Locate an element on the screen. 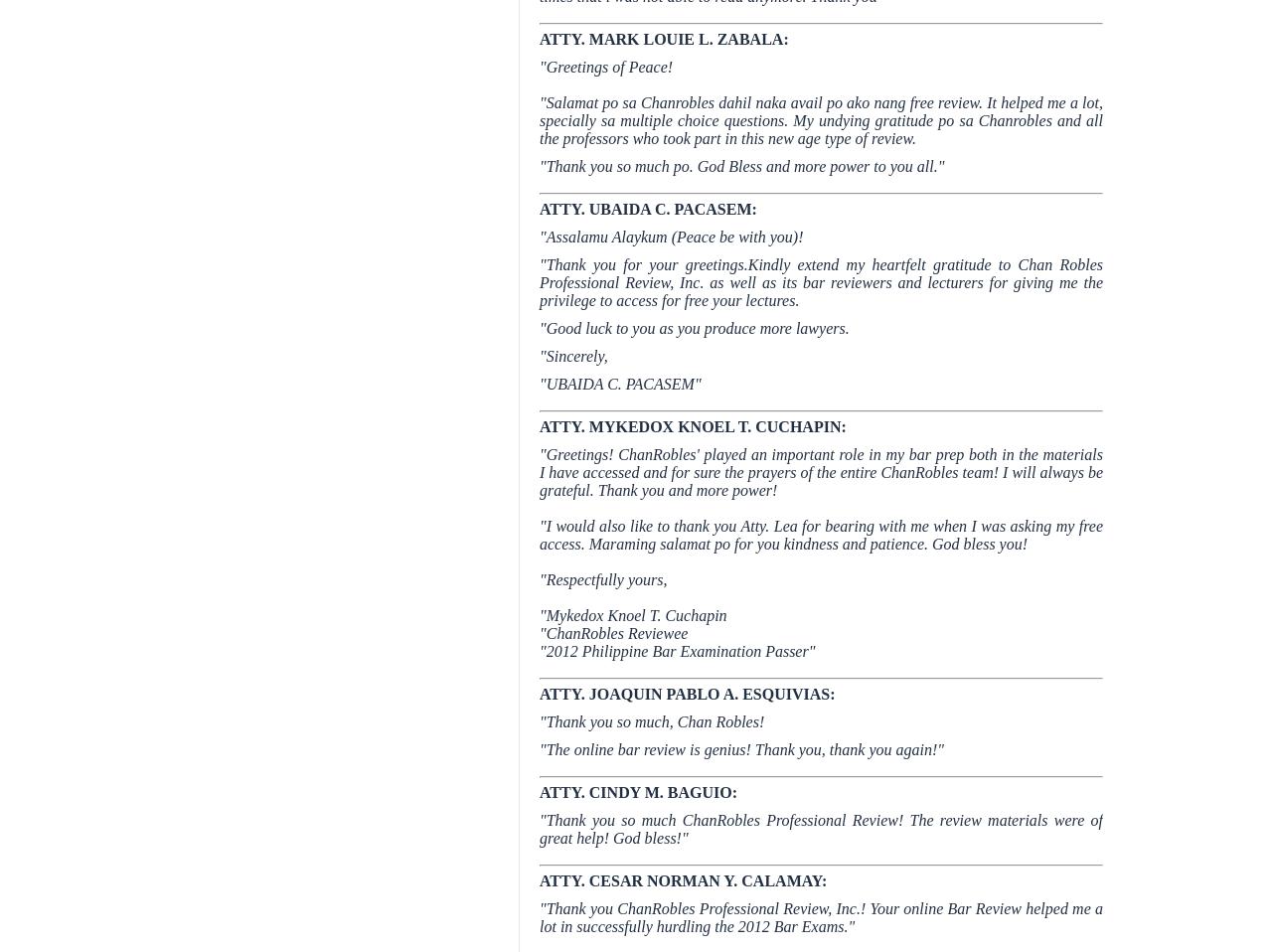  '"UBAIDA C. PACASEM"' is located at coordinates (619, 383).